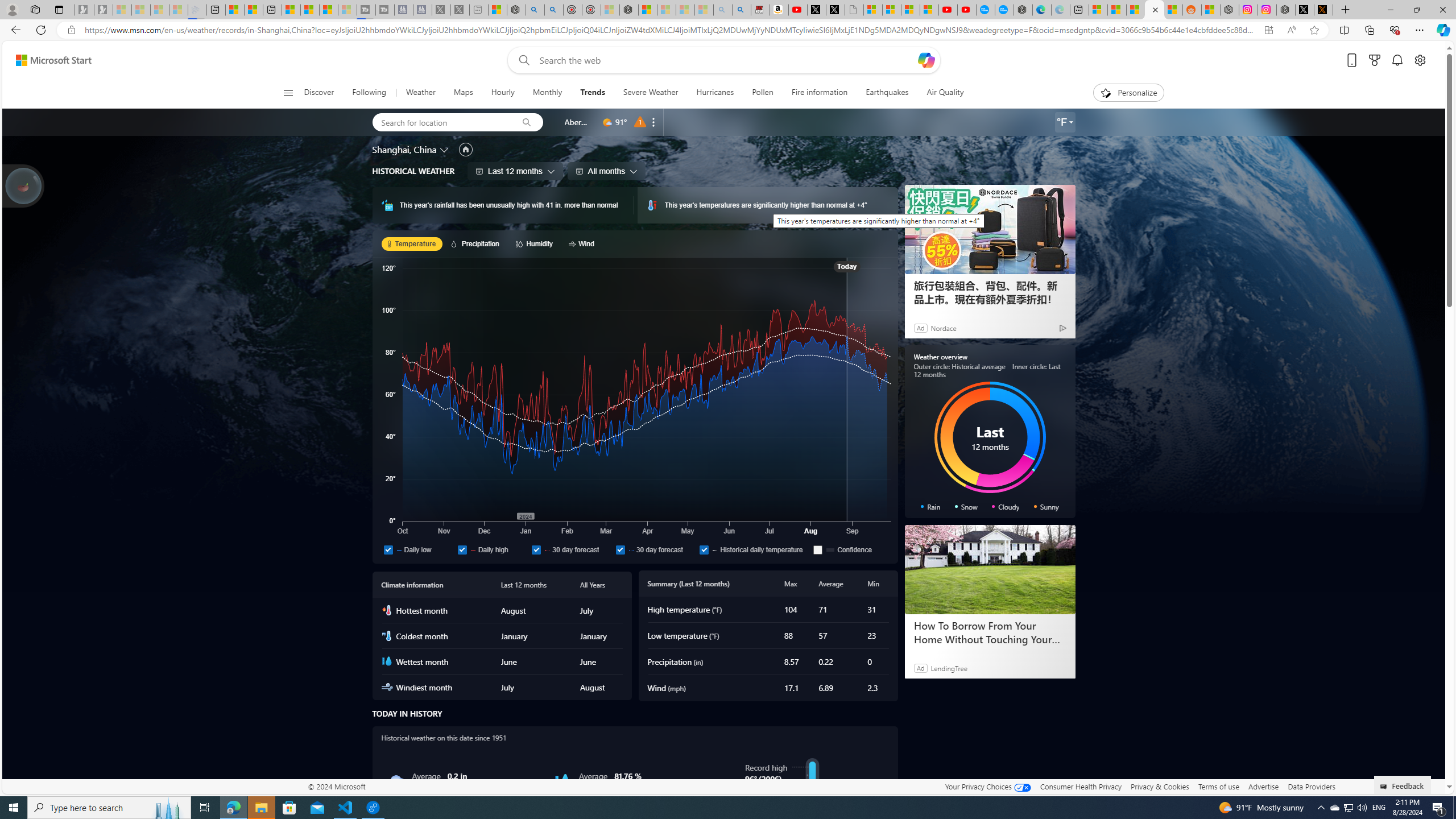  I want to click on 'Daily low', so click(417, 549).